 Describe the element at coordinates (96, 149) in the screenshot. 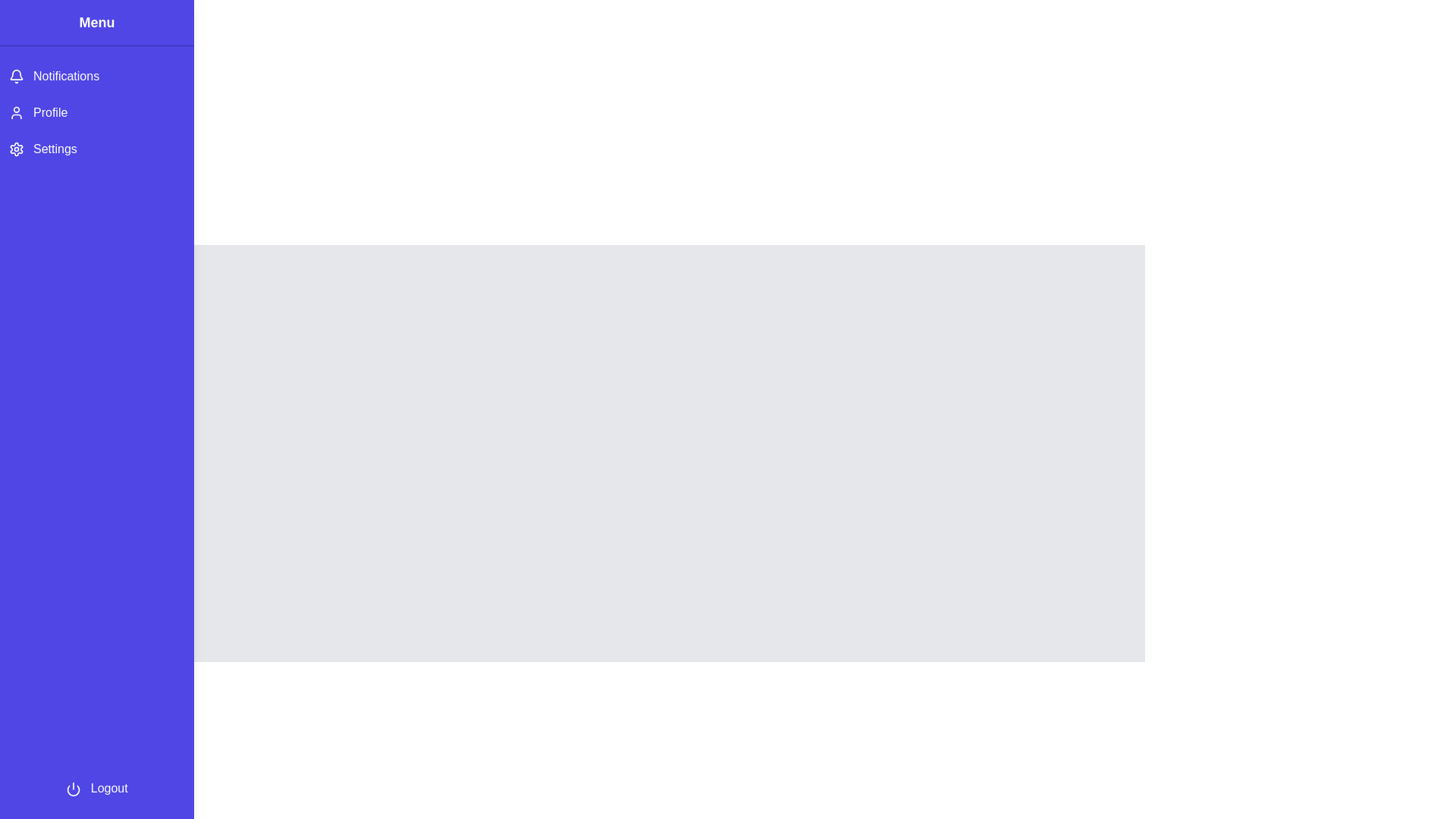

I see `the 'Settings' menu item to navigate to the settings page` at that location.